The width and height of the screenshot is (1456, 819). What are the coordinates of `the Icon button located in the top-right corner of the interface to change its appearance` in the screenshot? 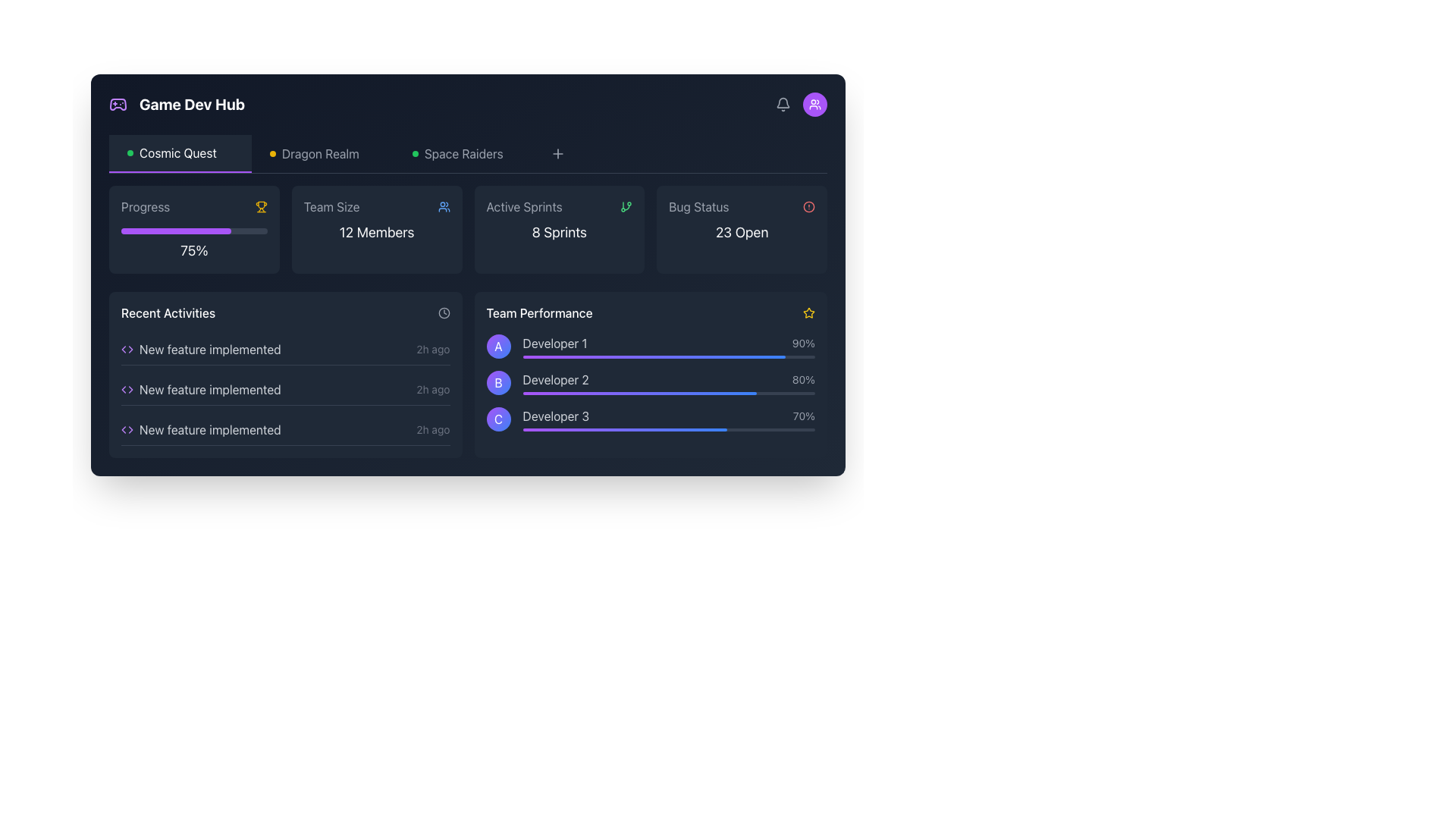 It's located at (783, 104).